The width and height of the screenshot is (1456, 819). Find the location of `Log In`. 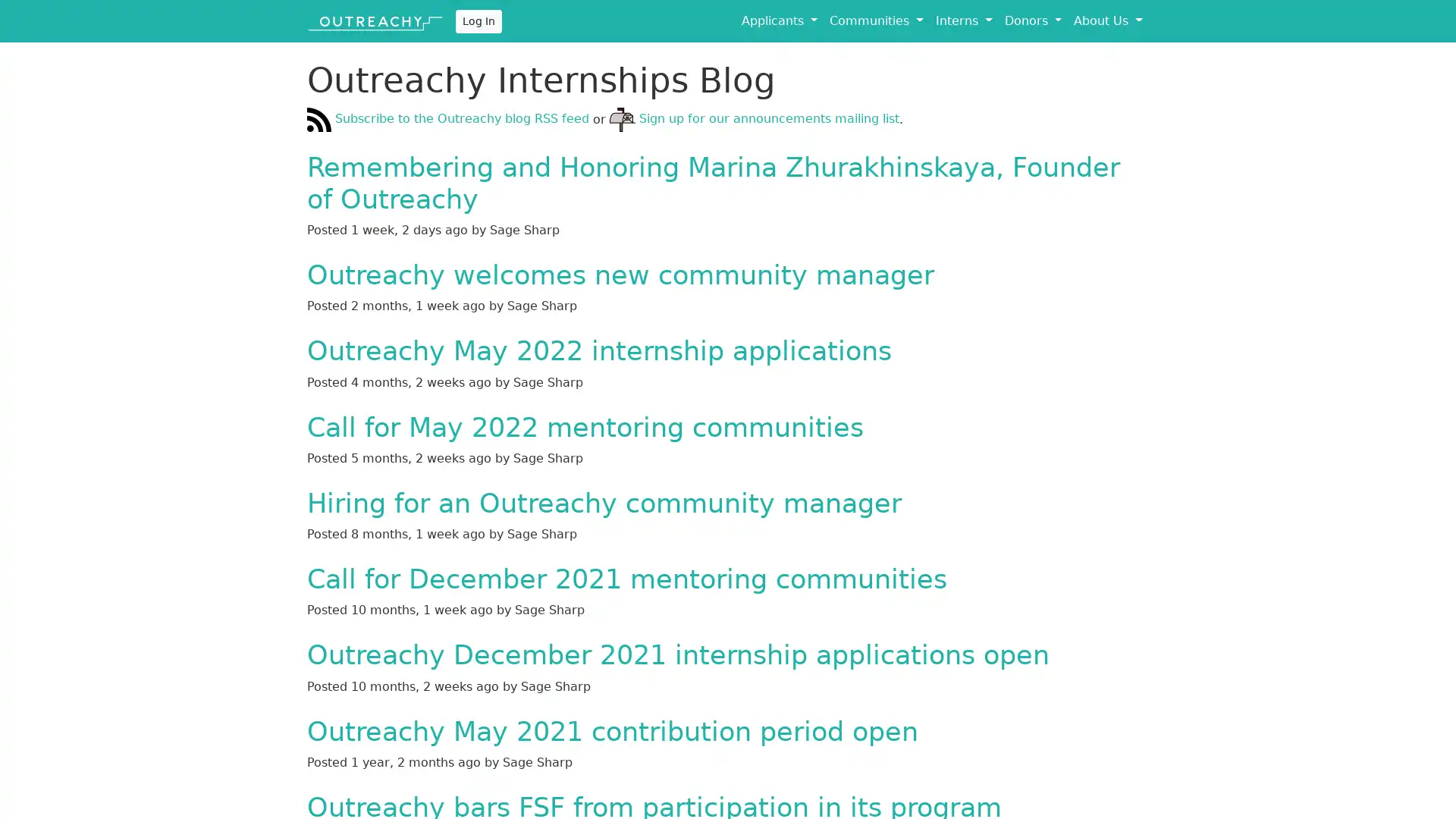

Log In is located at coordinates (478, 20).